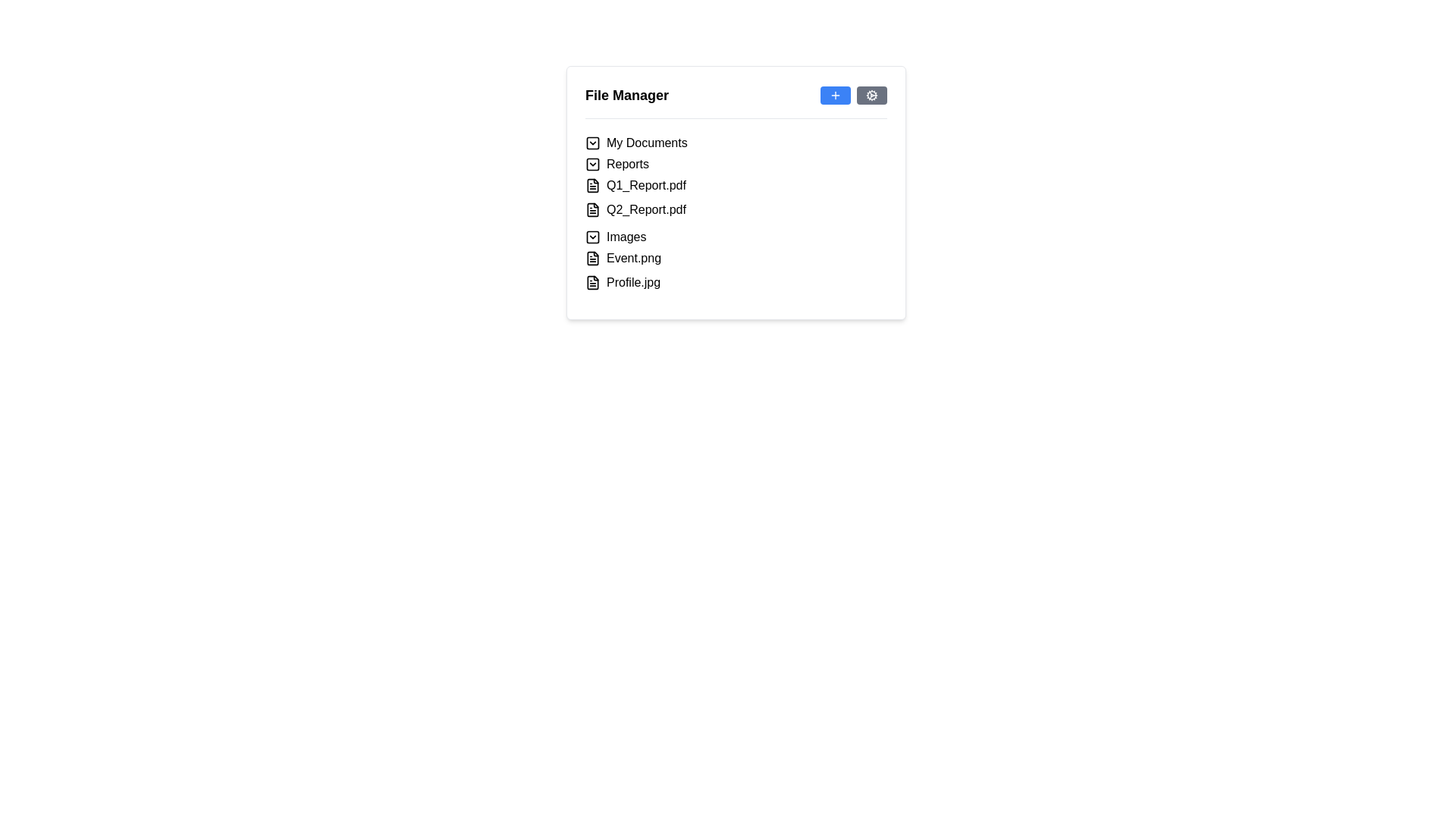 Image resolution: width=1456 pixels, height=819 pixels. I want to click on the icon representing the 'Q1_Report.pdf' file in the File Manager interface, so click(592, 185).